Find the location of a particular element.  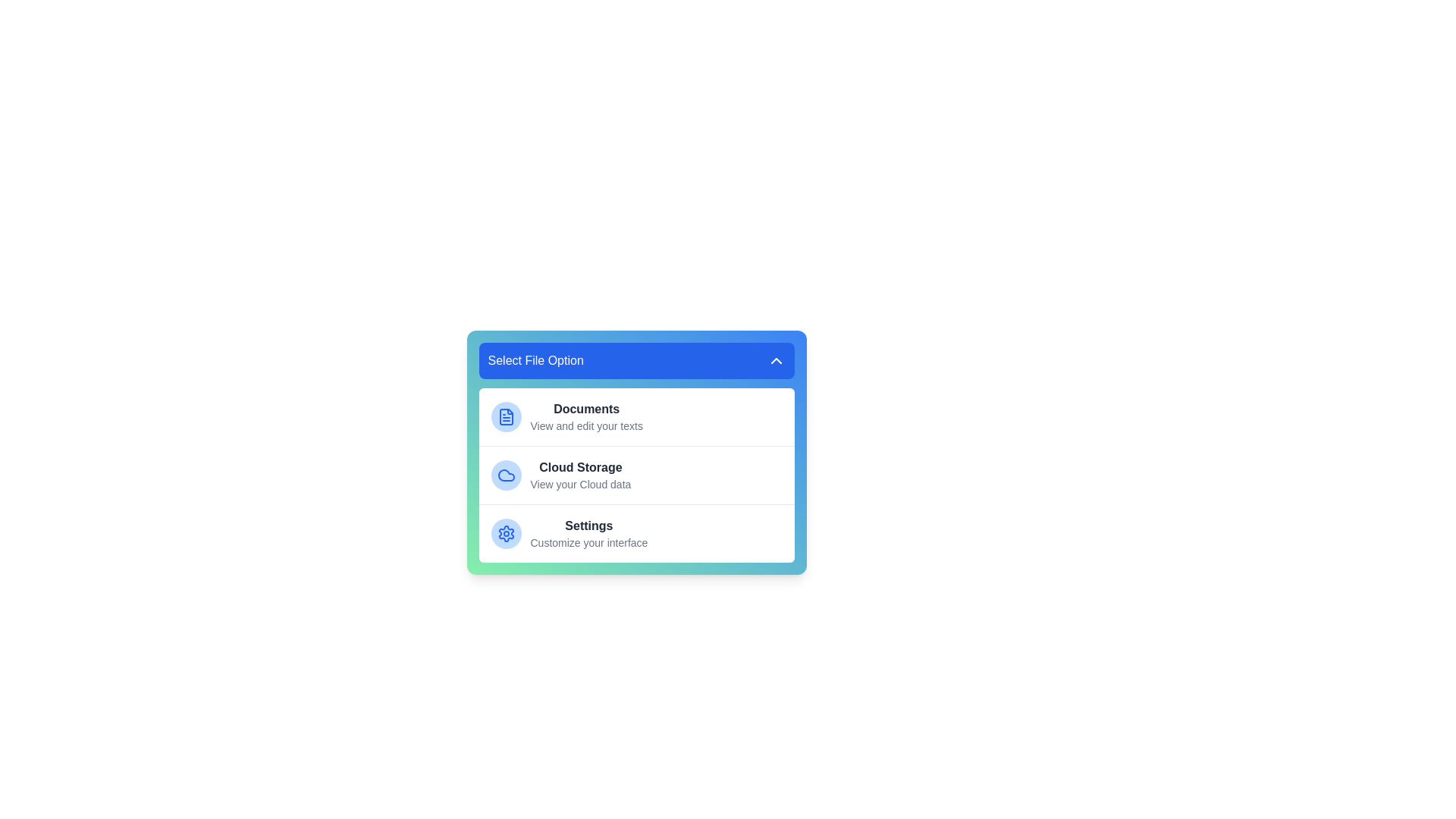

the small-sized gray text label reading 'View and edit your texts', which is located directly beneath the bolded title 'Documents' in the top section of a card-like menu is located at coordinates (585, 426).